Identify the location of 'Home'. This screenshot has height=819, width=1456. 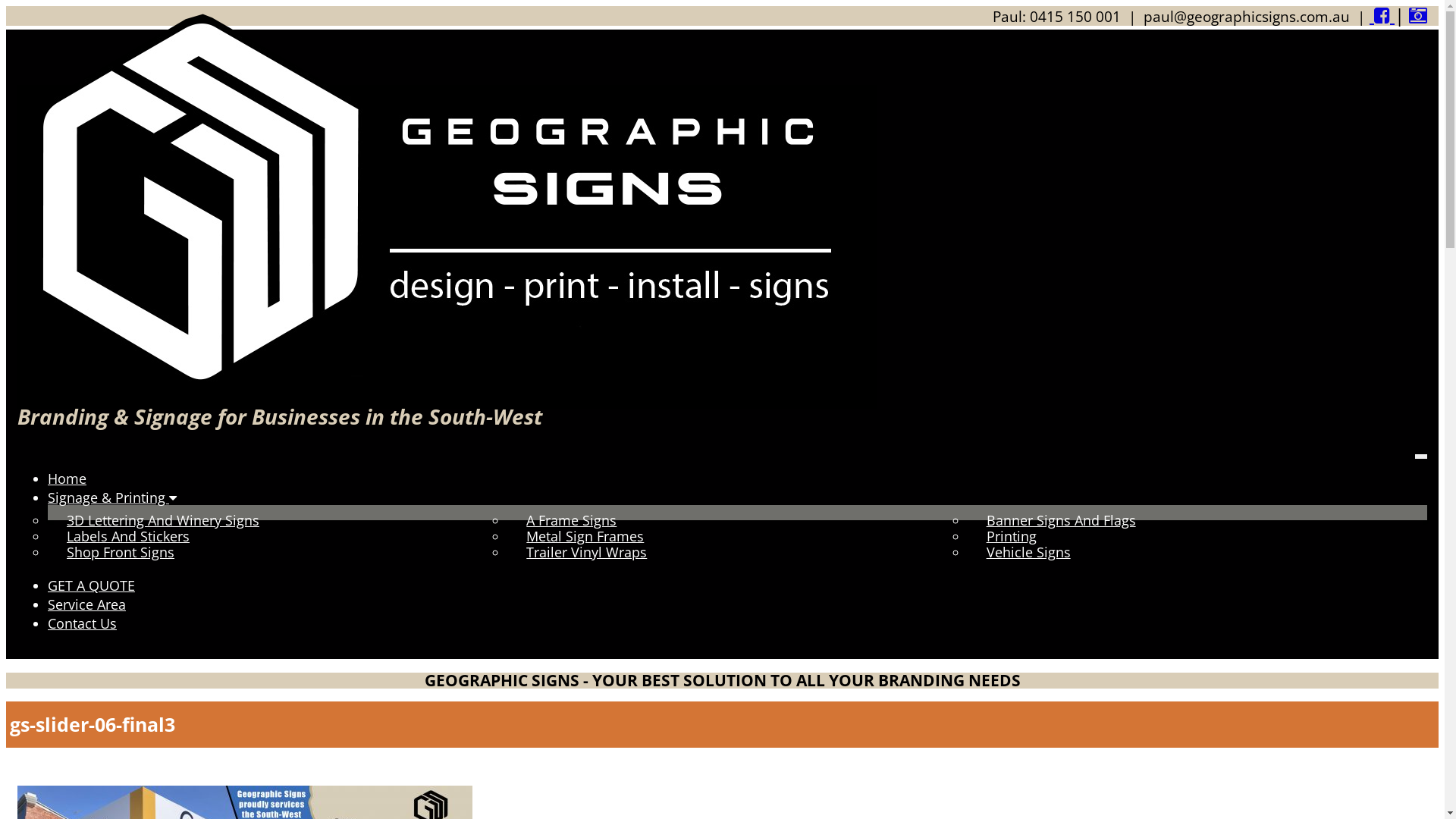
(66, 479).